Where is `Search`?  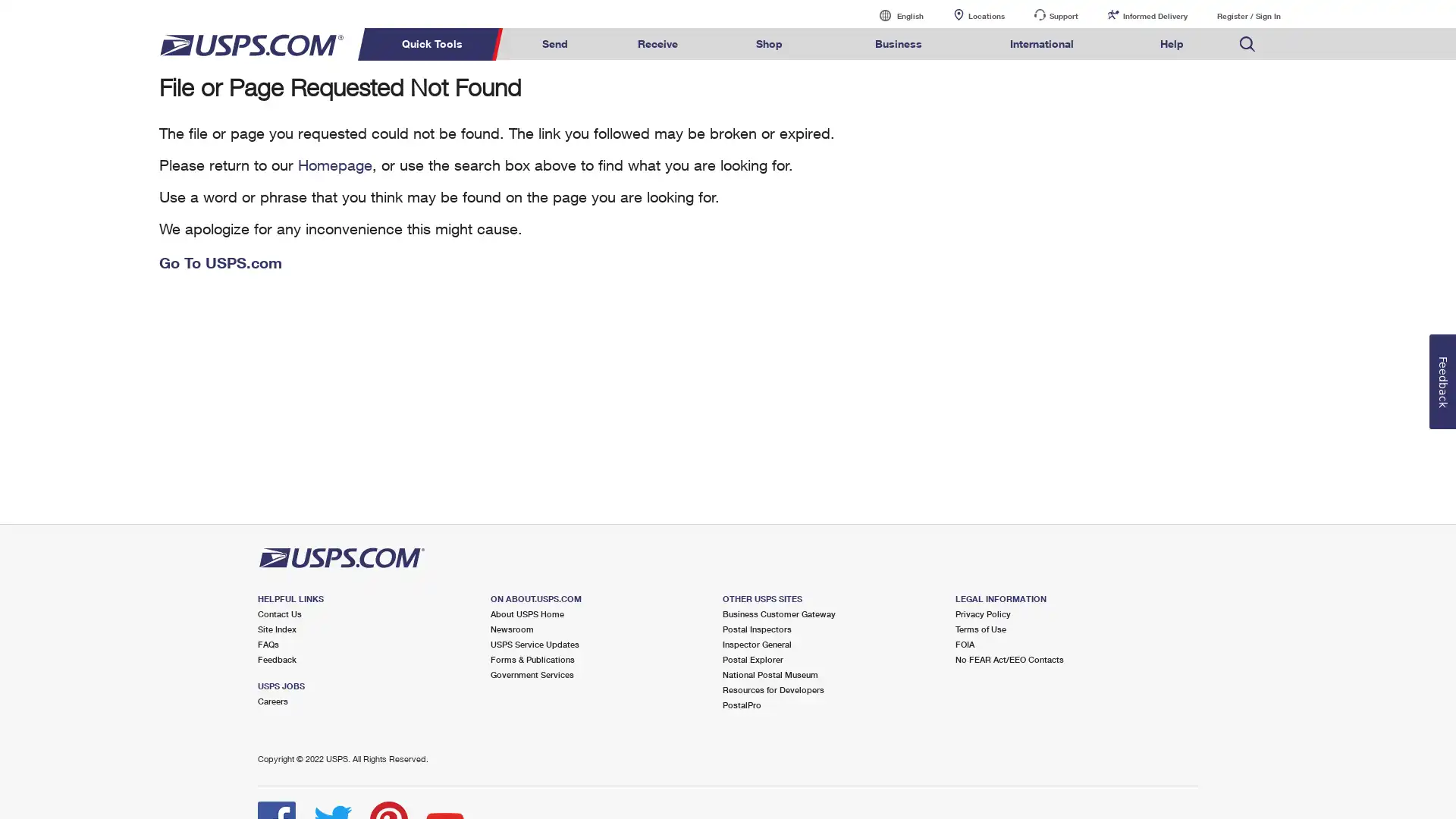 Search is located at coordinates (1274, 72).